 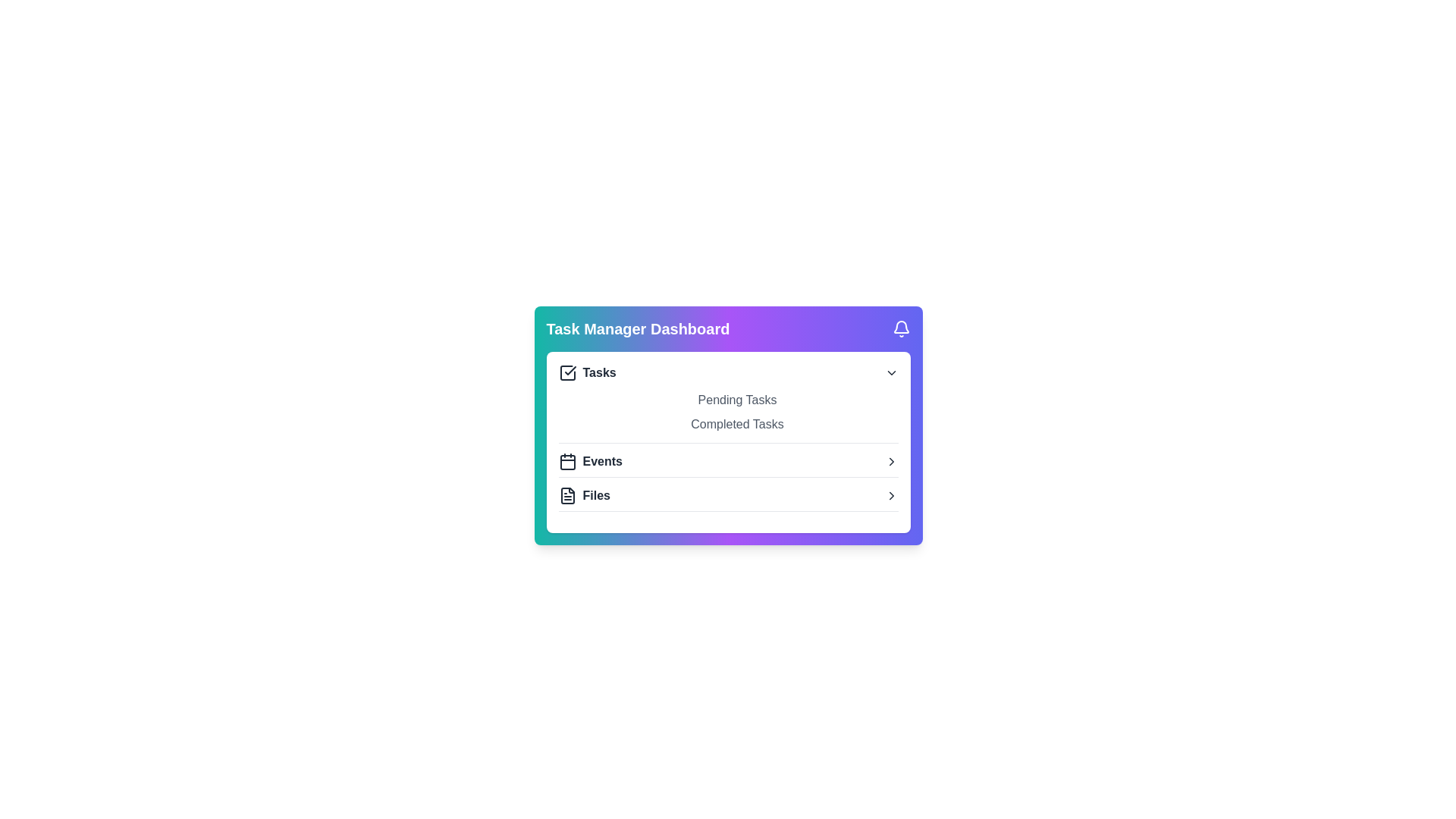 What do you see at coordinates (728, 496) in the screenshot?
I see `the third navigation list item under the 'Task Manager Dashboard', which links to the 'Files' section` at bounding box center [728, 496].